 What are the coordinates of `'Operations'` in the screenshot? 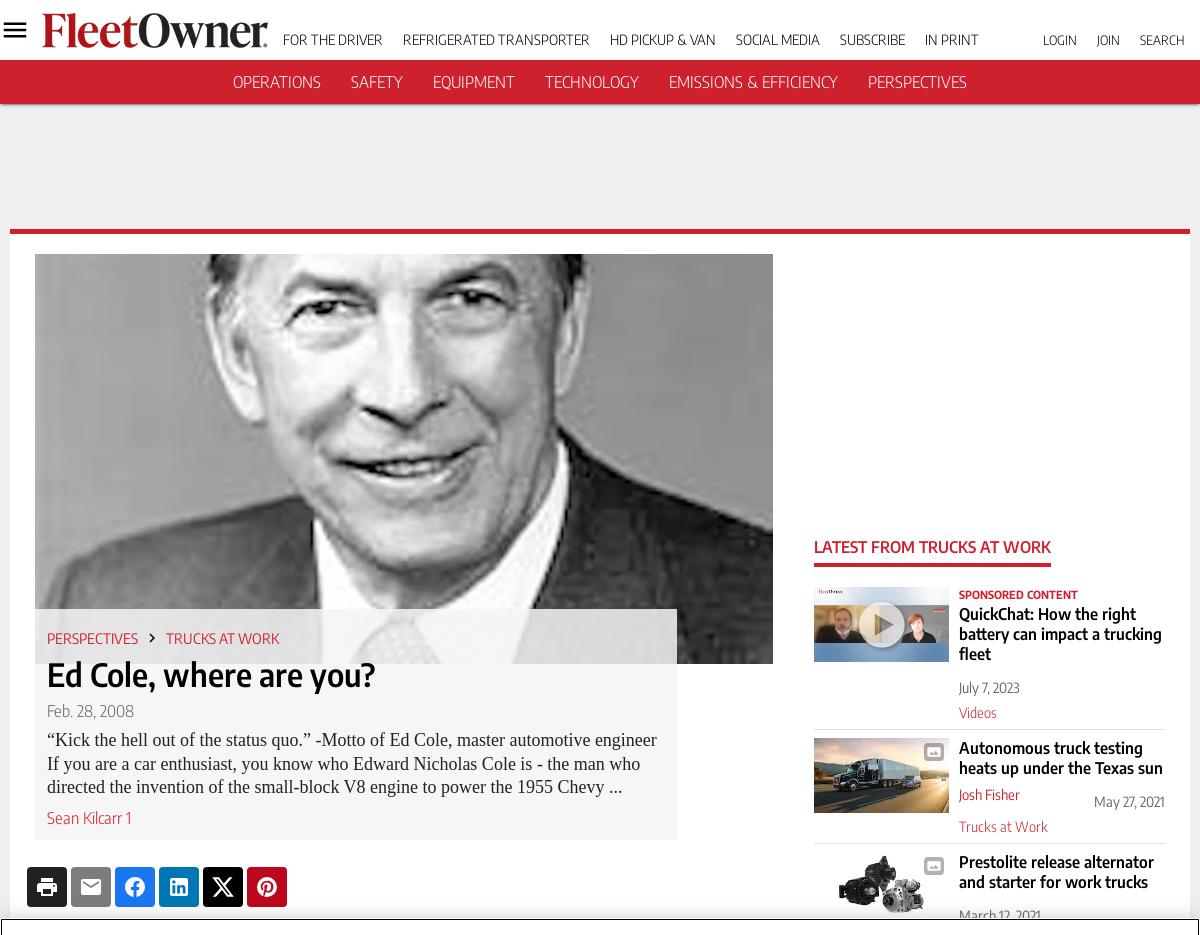 It's located at (275, 81).